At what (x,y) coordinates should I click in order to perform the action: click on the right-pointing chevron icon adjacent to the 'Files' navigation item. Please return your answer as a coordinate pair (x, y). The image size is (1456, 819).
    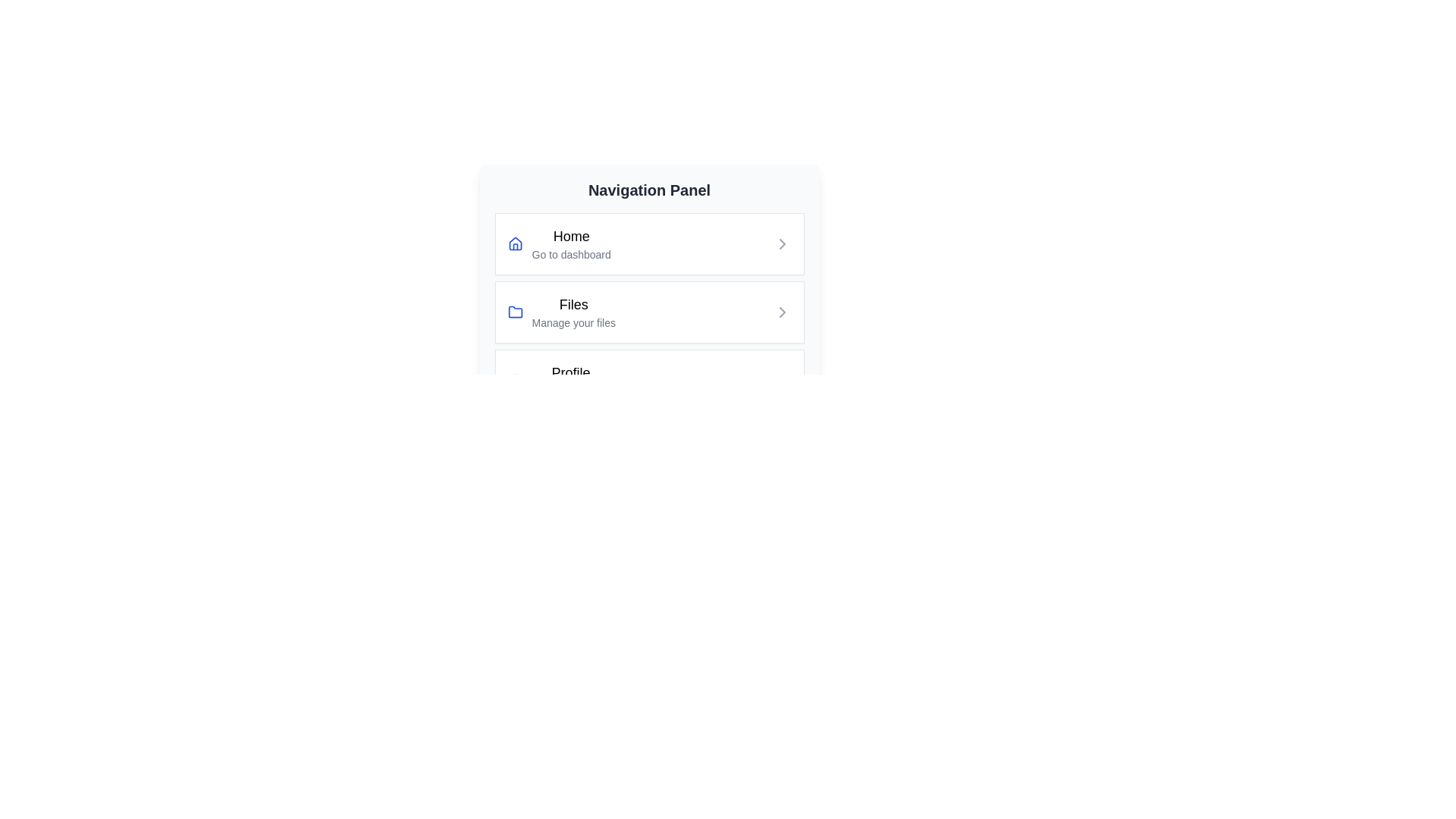
    Looking at the image, I should click on (782, 312).